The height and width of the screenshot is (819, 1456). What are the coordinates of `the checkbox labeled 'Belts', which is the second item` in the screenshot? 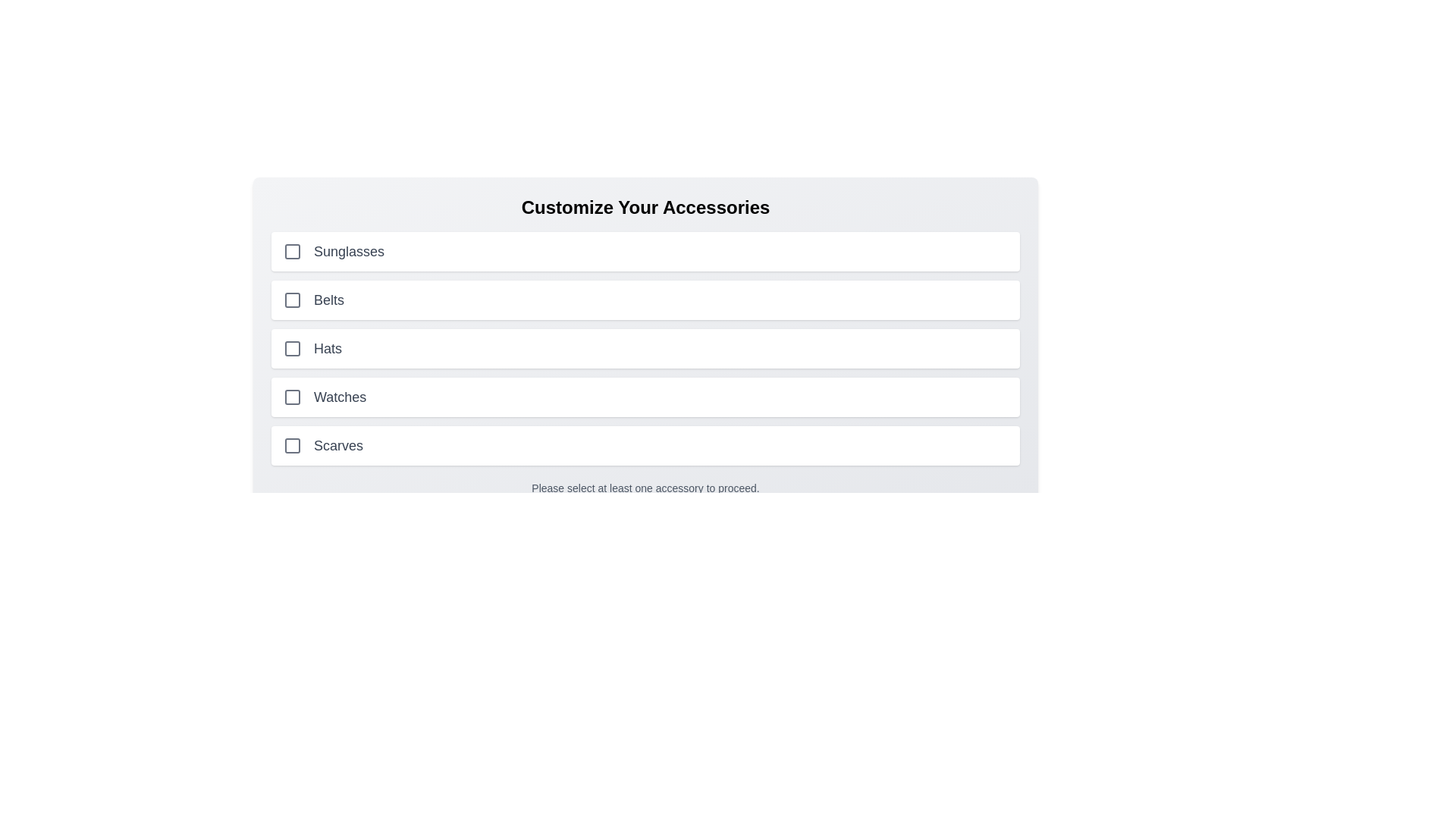 It's located at (292, 300).